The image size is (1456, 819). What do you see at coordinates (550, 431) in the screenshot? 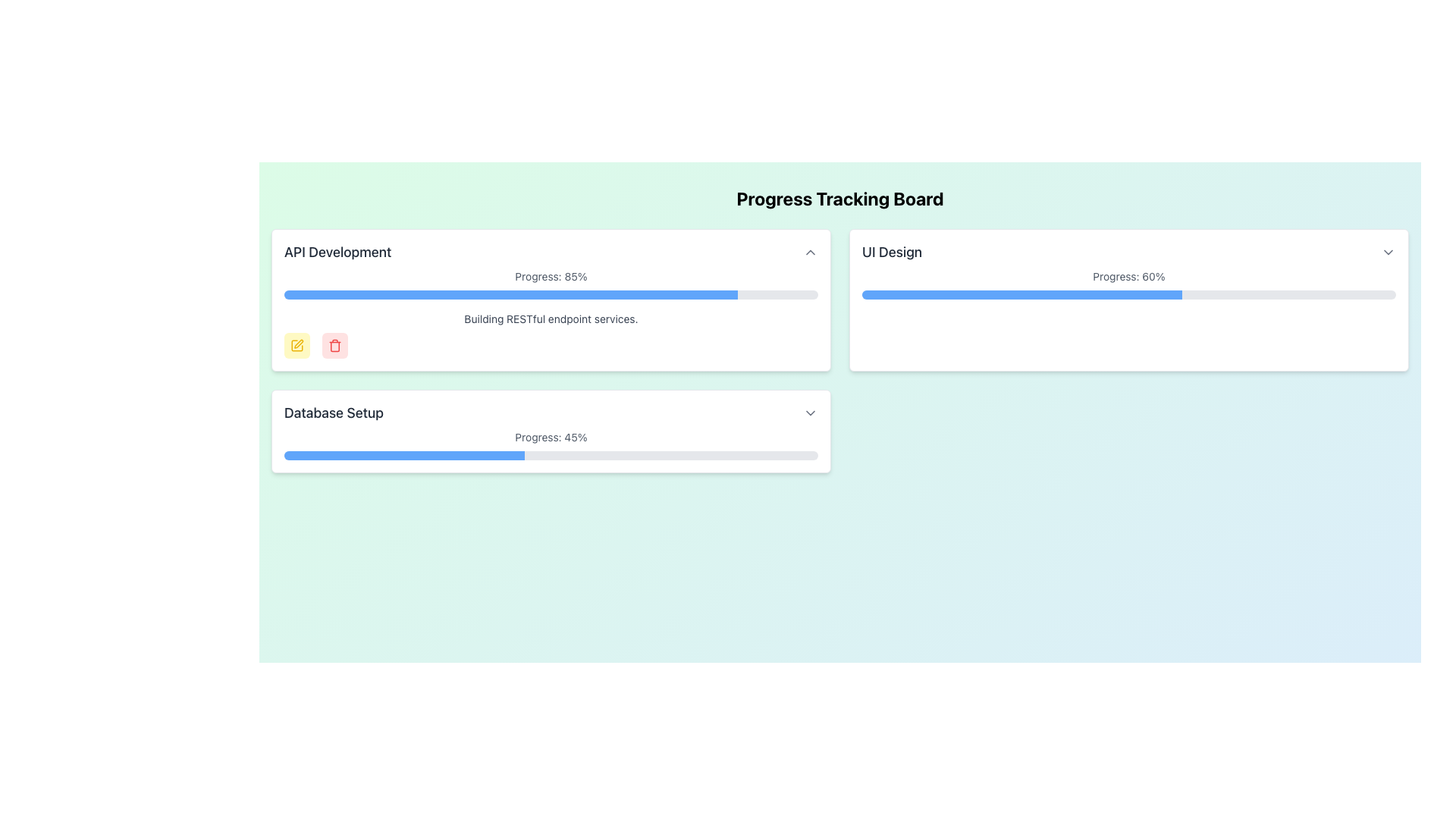
I see `progress card for the 'Database Setup' task, which is the third card in a three-card layout grid located in the bottom-left of the display` at bounding box center [550, 431].